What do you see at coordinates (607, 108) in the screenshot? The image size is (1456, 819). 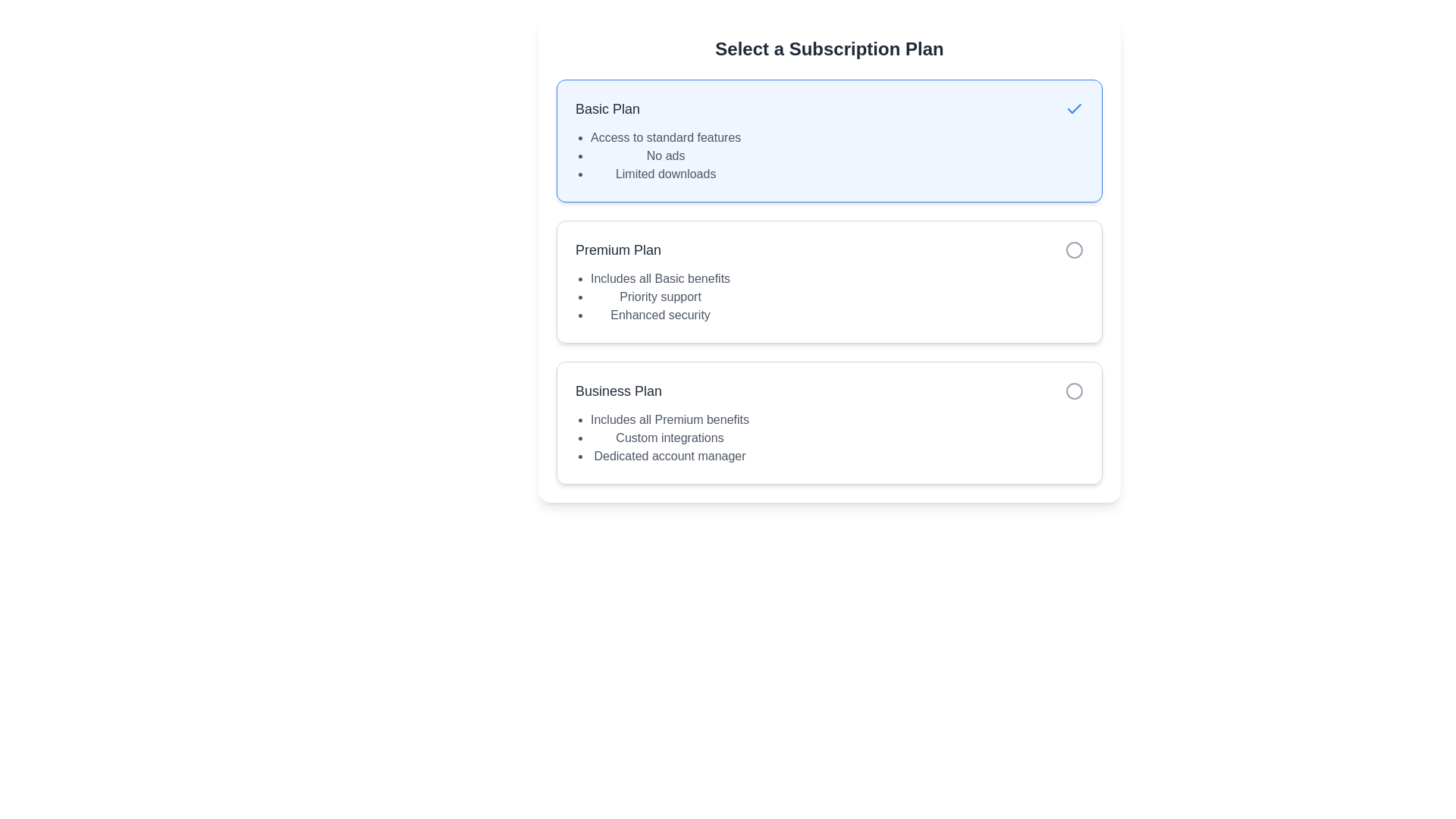 I see `text label 'Basic Plan' located on the left side of the subscription plan selection area, above the list of features, to understand the subscription title` at bounding box center [607, 108].